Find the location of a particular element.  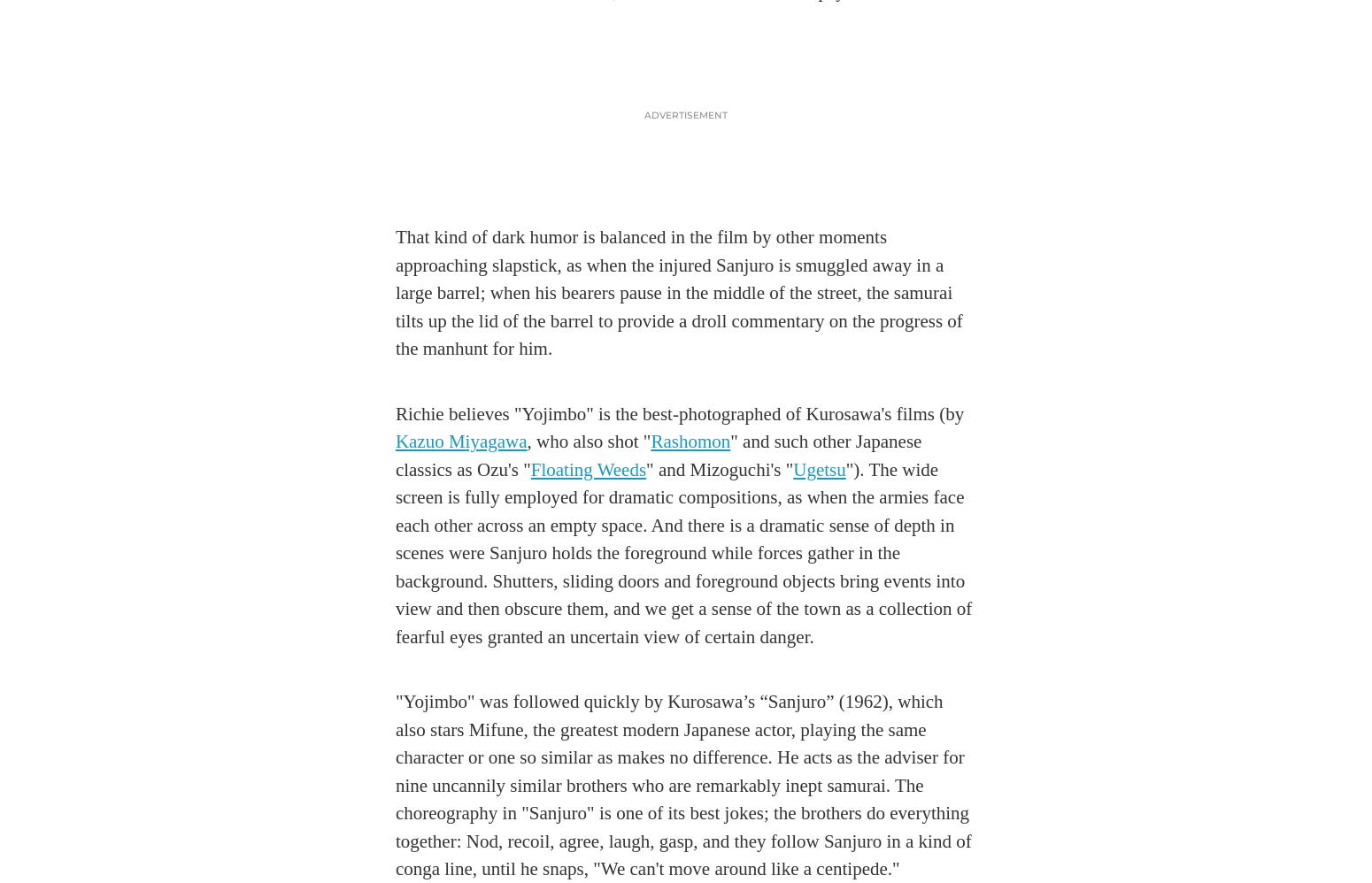

', who also shot "' is located at coordinates (587, 441).